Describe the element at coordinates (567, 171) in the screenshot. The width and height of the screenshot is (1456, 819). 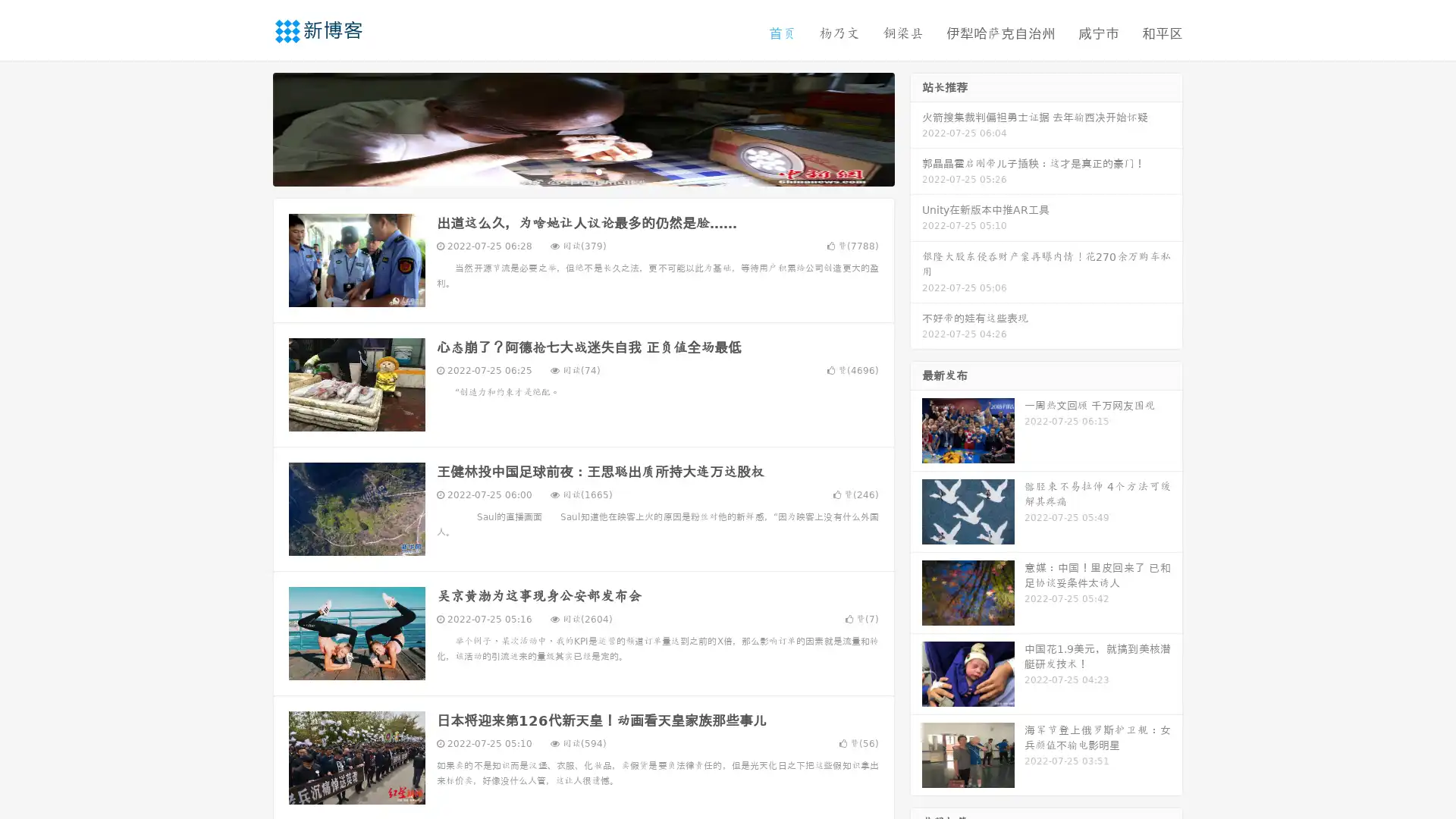
I see `Go to slide 1` at that location.